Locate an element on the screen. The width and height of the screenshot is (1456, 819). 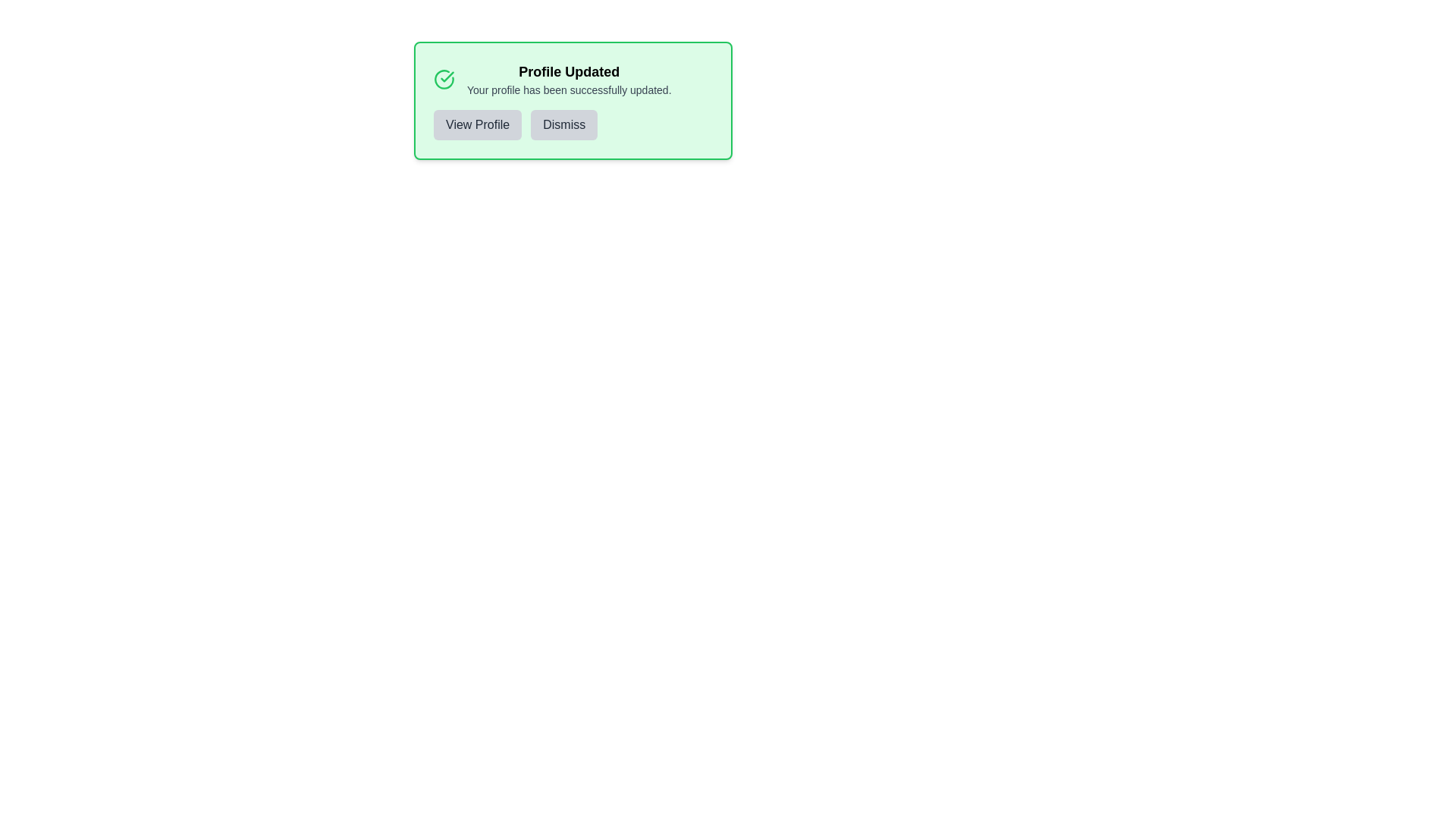
the 'Dismiss' button is located at coordinates (563, 124).